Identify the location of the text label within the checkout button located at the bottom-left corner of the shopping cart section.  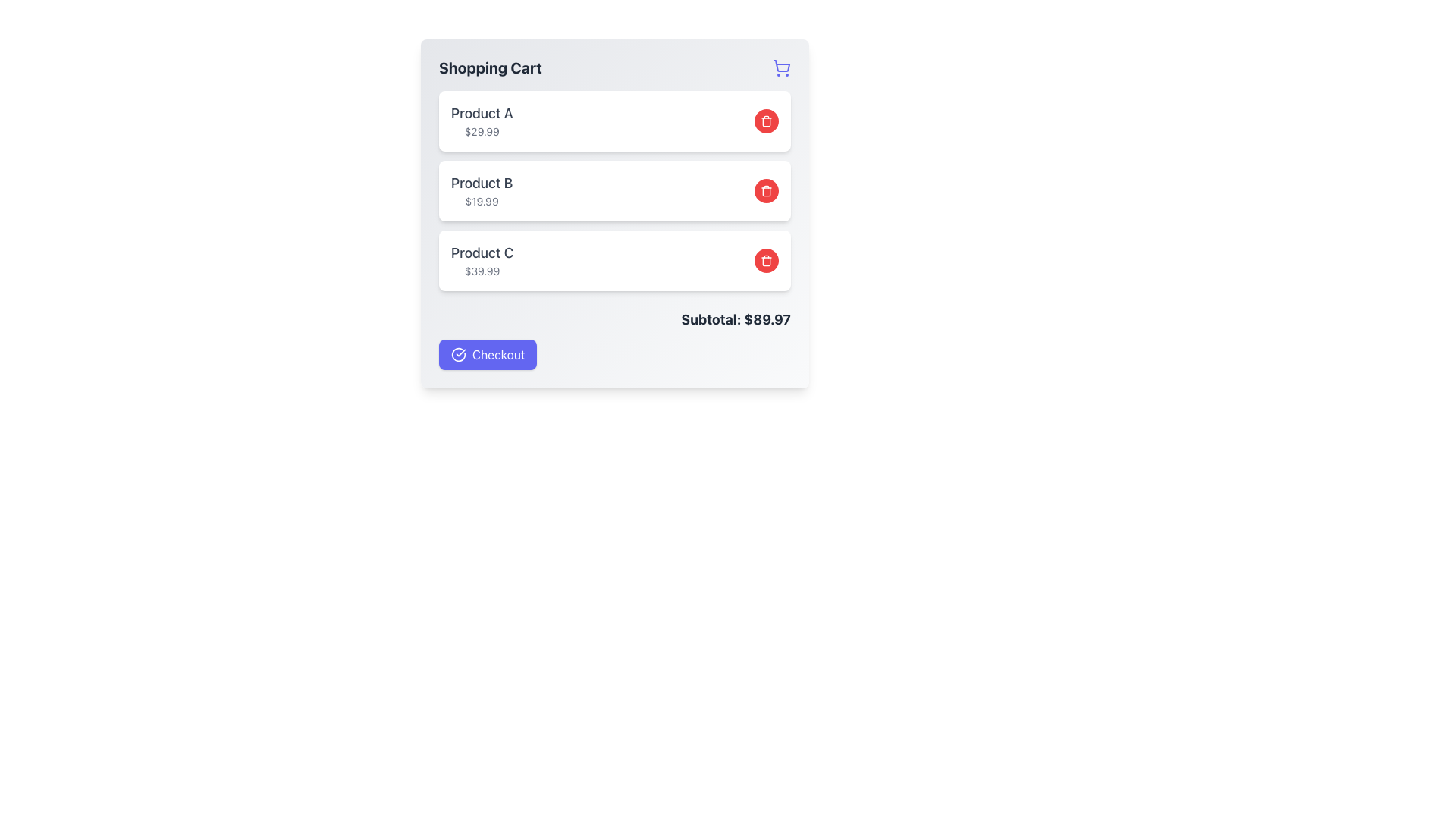
(498, 354).